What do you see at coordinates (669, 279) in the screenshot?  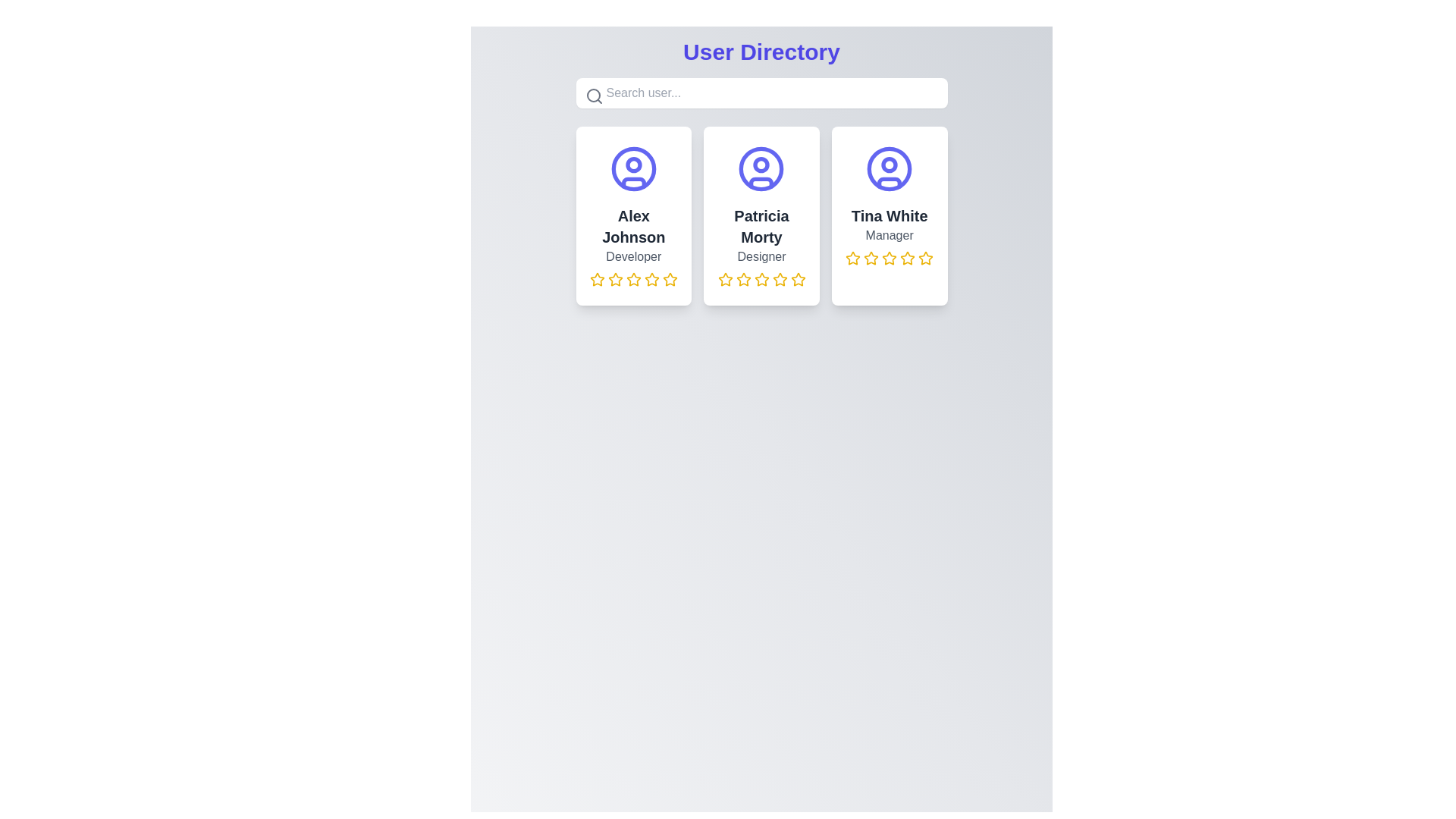 I see `the fifth star icon in the rating bar at the bottom of the user card for 'Alex Johnson'` at bounding box center [669, 279].